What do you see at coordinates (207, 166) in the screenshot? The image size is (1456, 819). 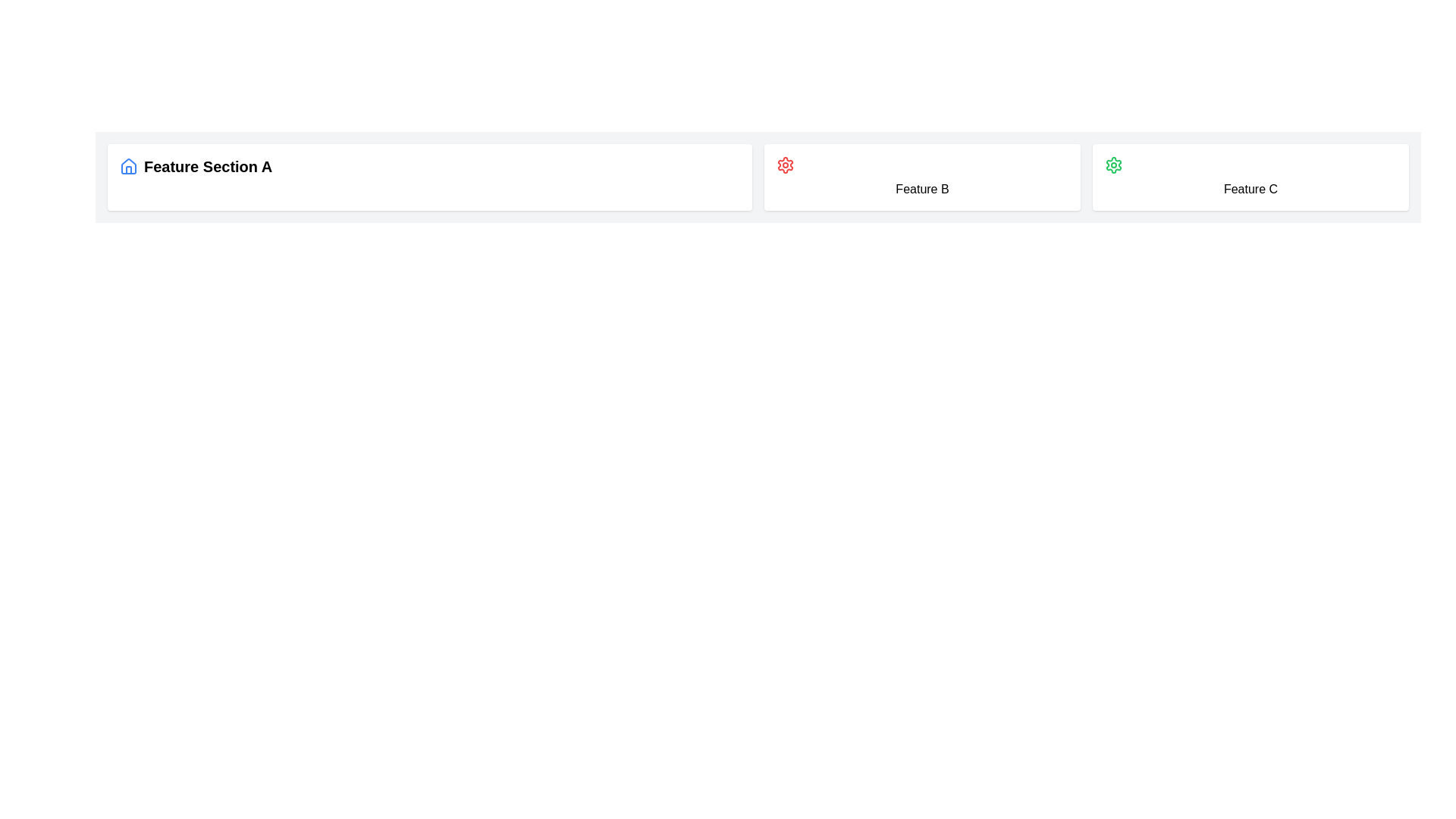 I see `the Text Label that serves as the title for 'Feature Section A', positioned immediately to the right of the blue home icon in a horizontal layout` at bounding box center [207, 166].